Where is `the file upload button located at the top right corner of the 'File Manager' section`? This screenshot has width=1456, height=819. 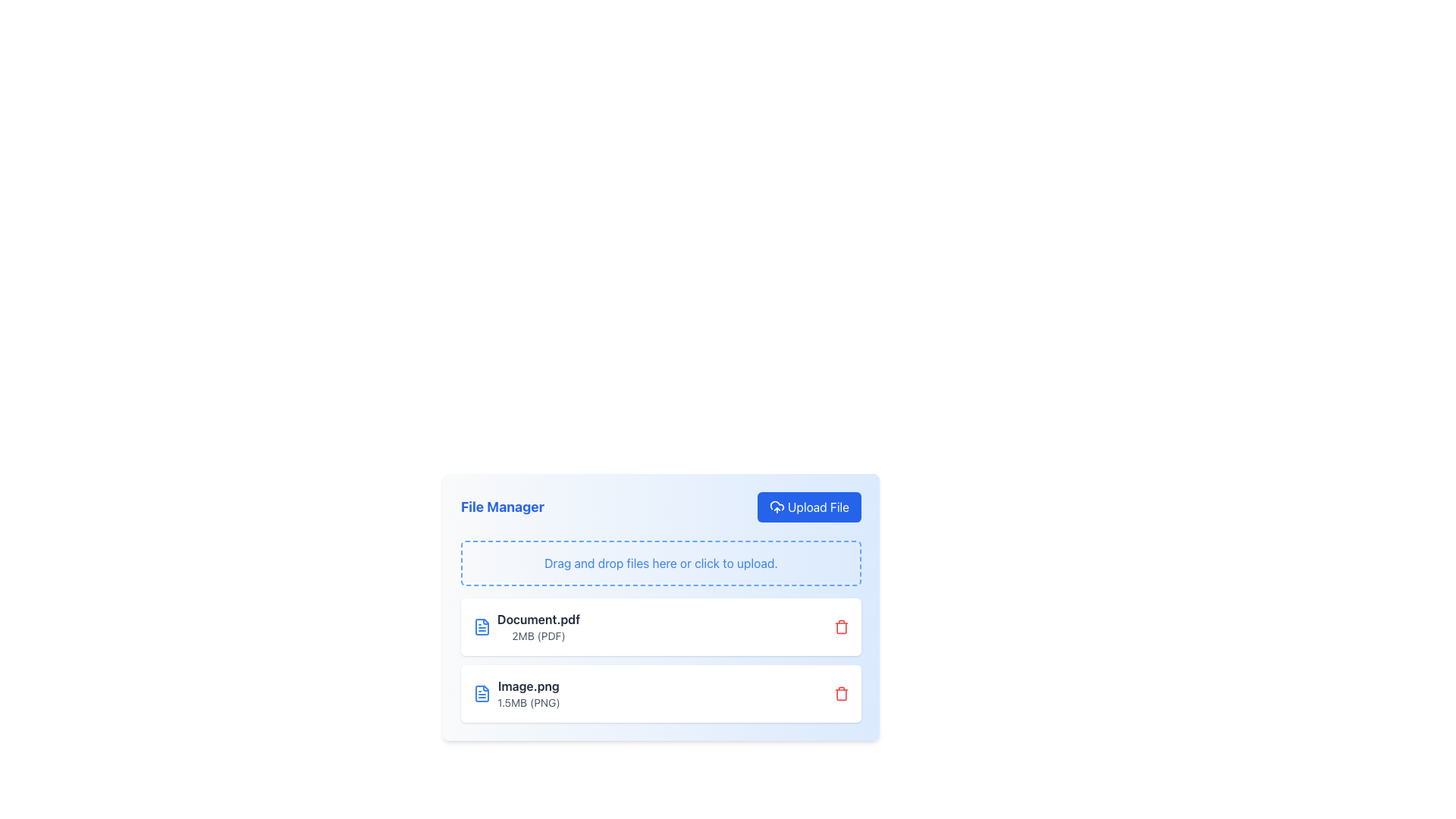
the file upload button located at the top right corner of the 'File Manager' section is located at coordinates (808, 507).